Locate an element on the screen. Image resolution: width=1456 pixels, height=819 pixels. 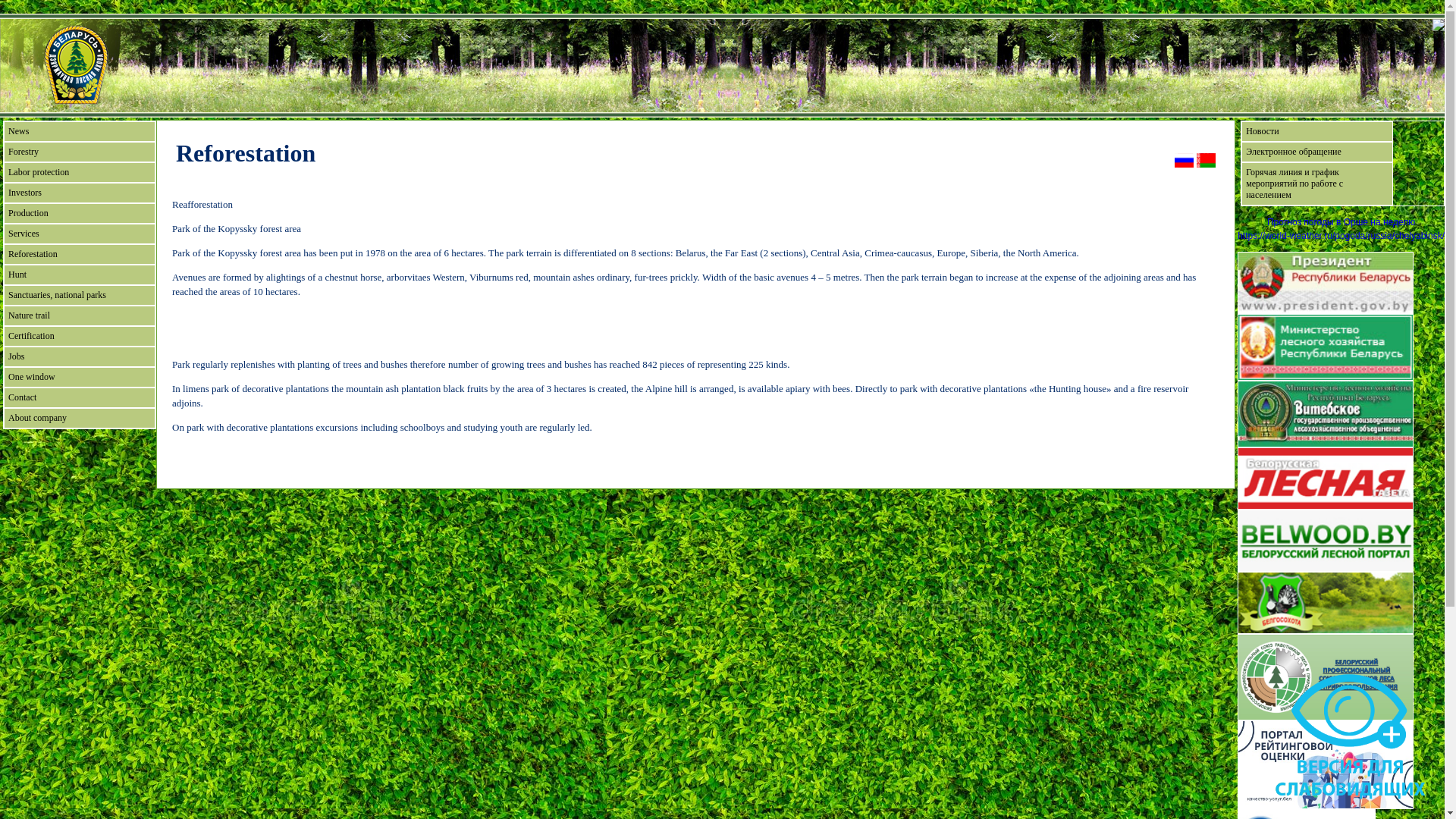
'Reforestation' is located at coordinates (79, 253).